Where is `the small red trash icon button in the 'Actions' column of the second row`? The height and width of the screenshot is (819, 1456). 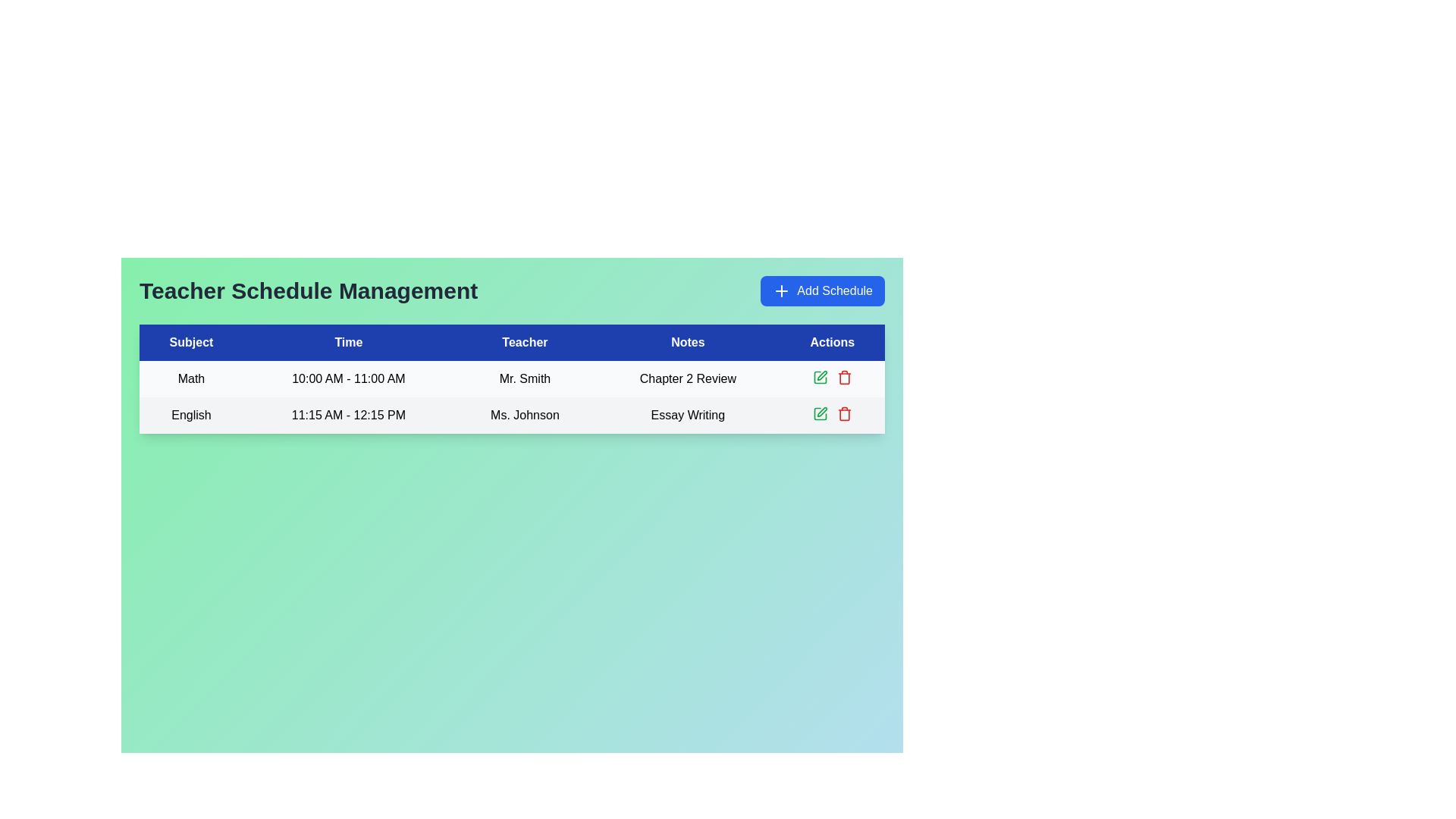
the small red trash icon button in the 'Actions' column of the second row is located at coordinates (843, 376).